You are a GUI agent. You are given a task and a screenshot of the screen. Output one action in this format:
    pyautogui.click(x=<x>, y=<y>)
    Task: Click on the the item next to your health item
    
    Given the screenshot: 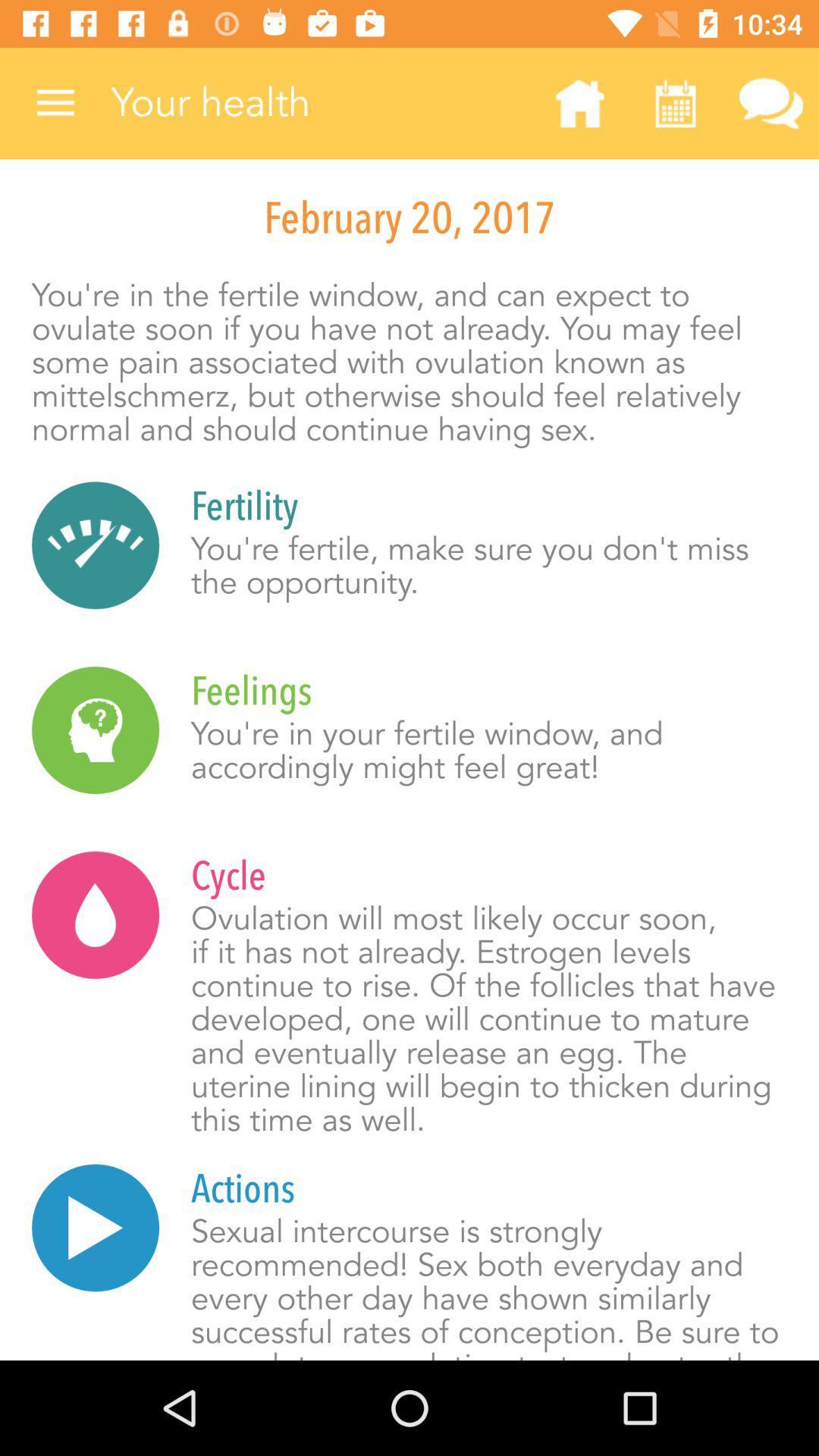 What is the action you would take?
    pyautogui.click(x=55, y=102)
    